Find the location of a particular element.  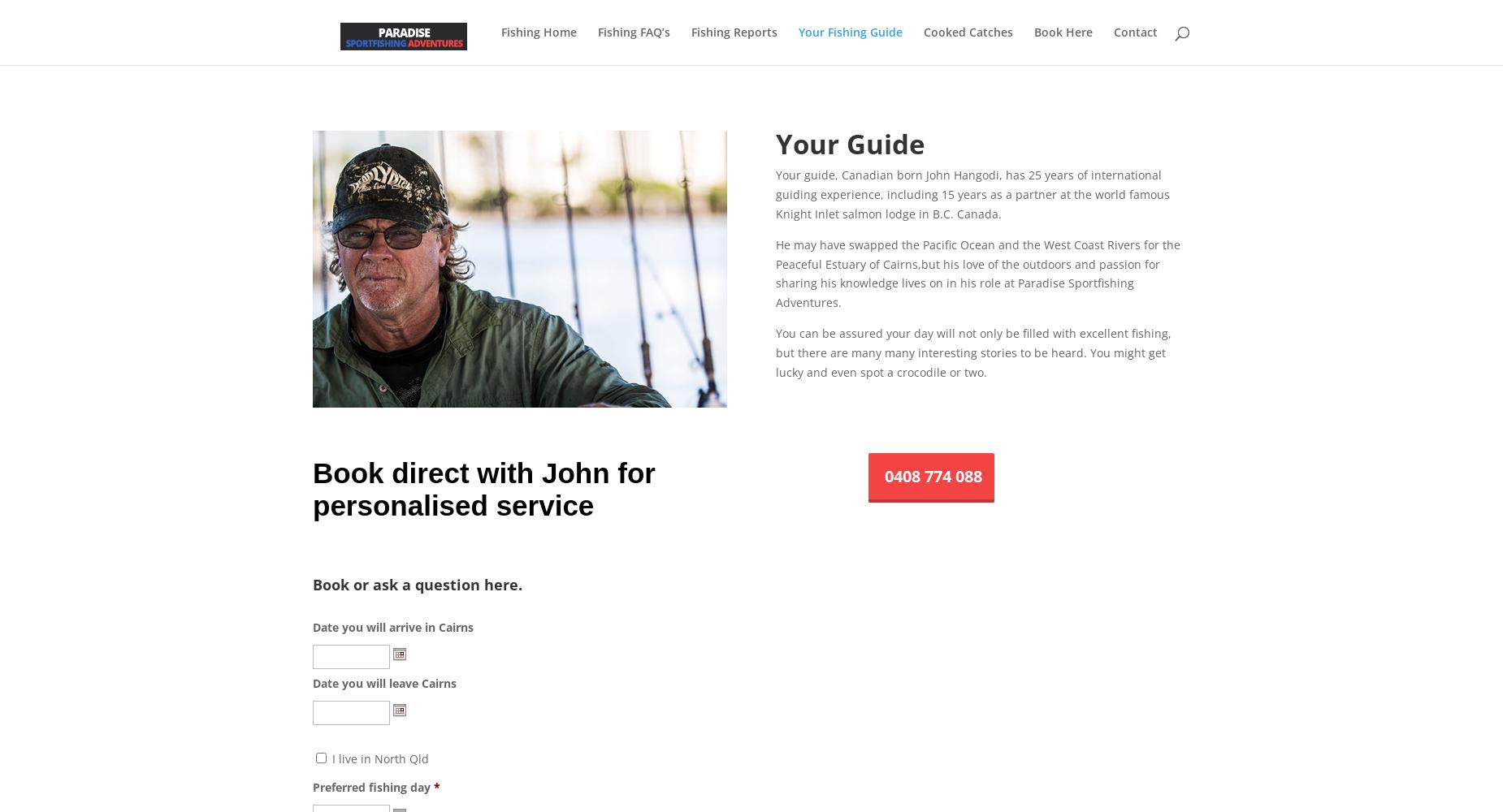

'Your Guide' is located at coordinates (848, 144).